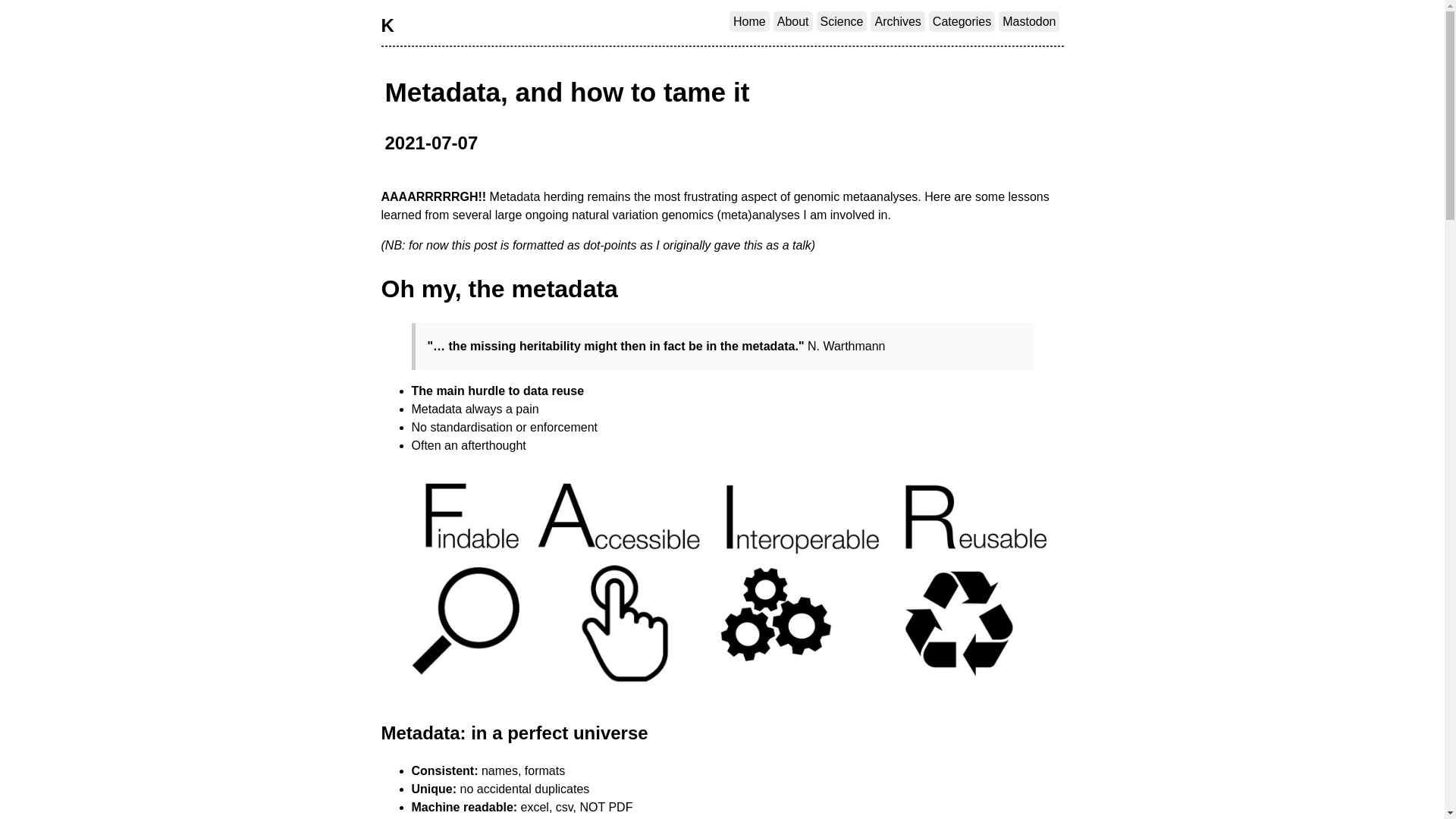  Describe the element at coordinates (1029, 21) in the screenshot. I see `'Mastodon'` at that location.